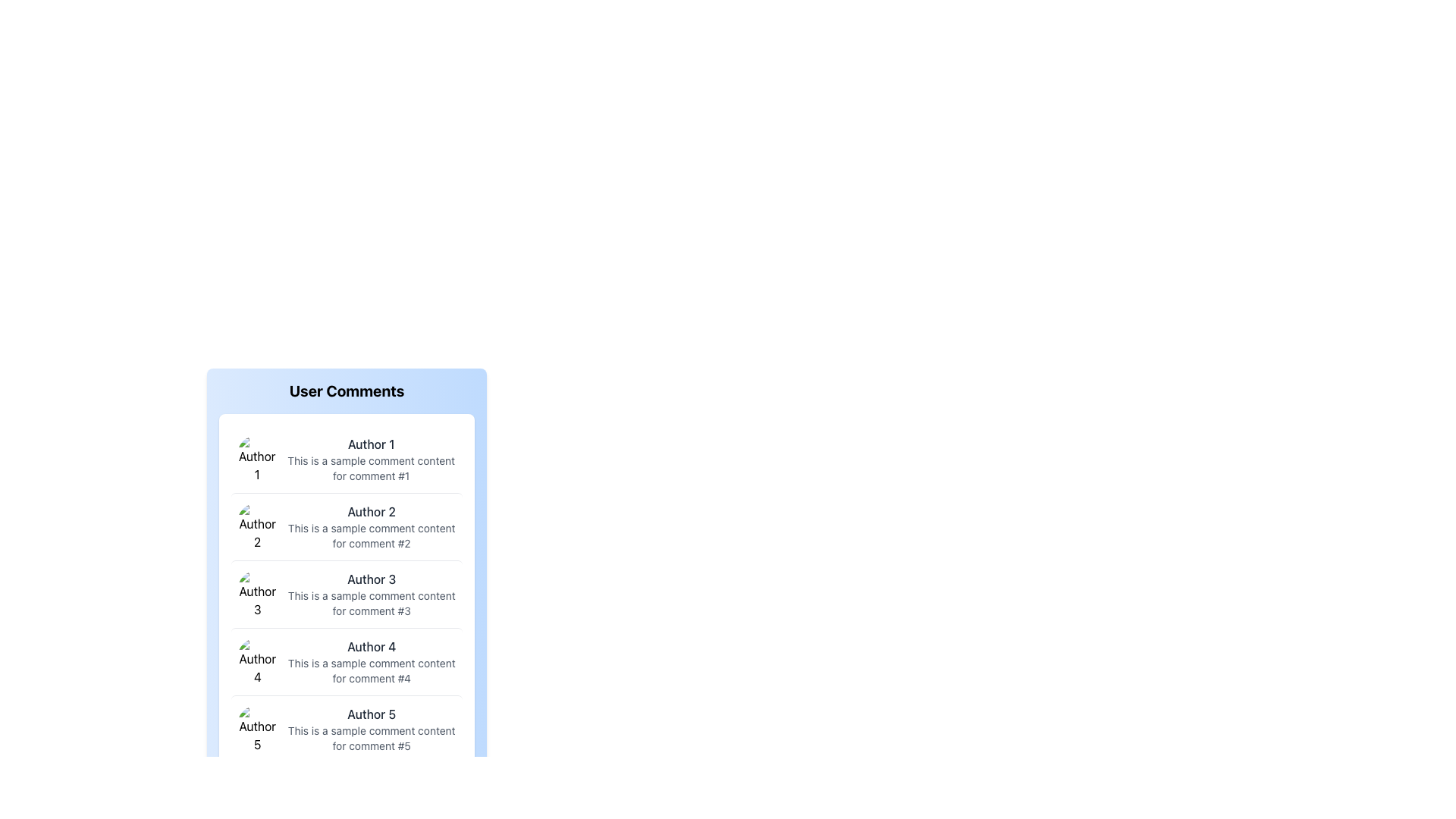 This screenshot has height=819, width=1456. What do you see at coordinates (346, 728) in the screenshot?
I see `the fifth list item containing the profile picture, the name 'Author 5' in bold, and the comment text 'This is a sample comment content for comment #5'` at bounding box center [346, 728].